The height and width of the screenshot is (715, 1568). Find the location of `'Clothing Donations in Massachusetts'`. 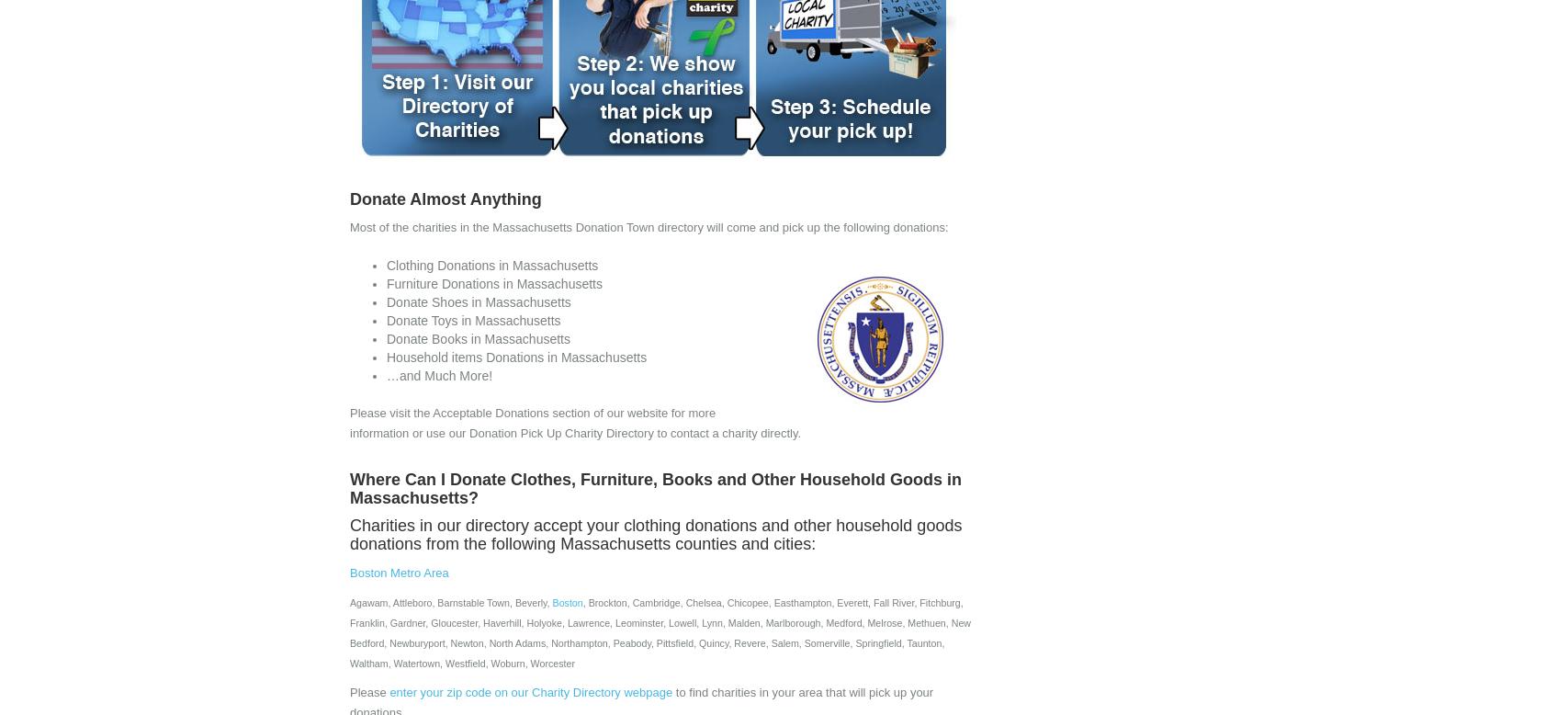

'Clothing Donations in Massachusetts' is located at coordinates (491, 266).